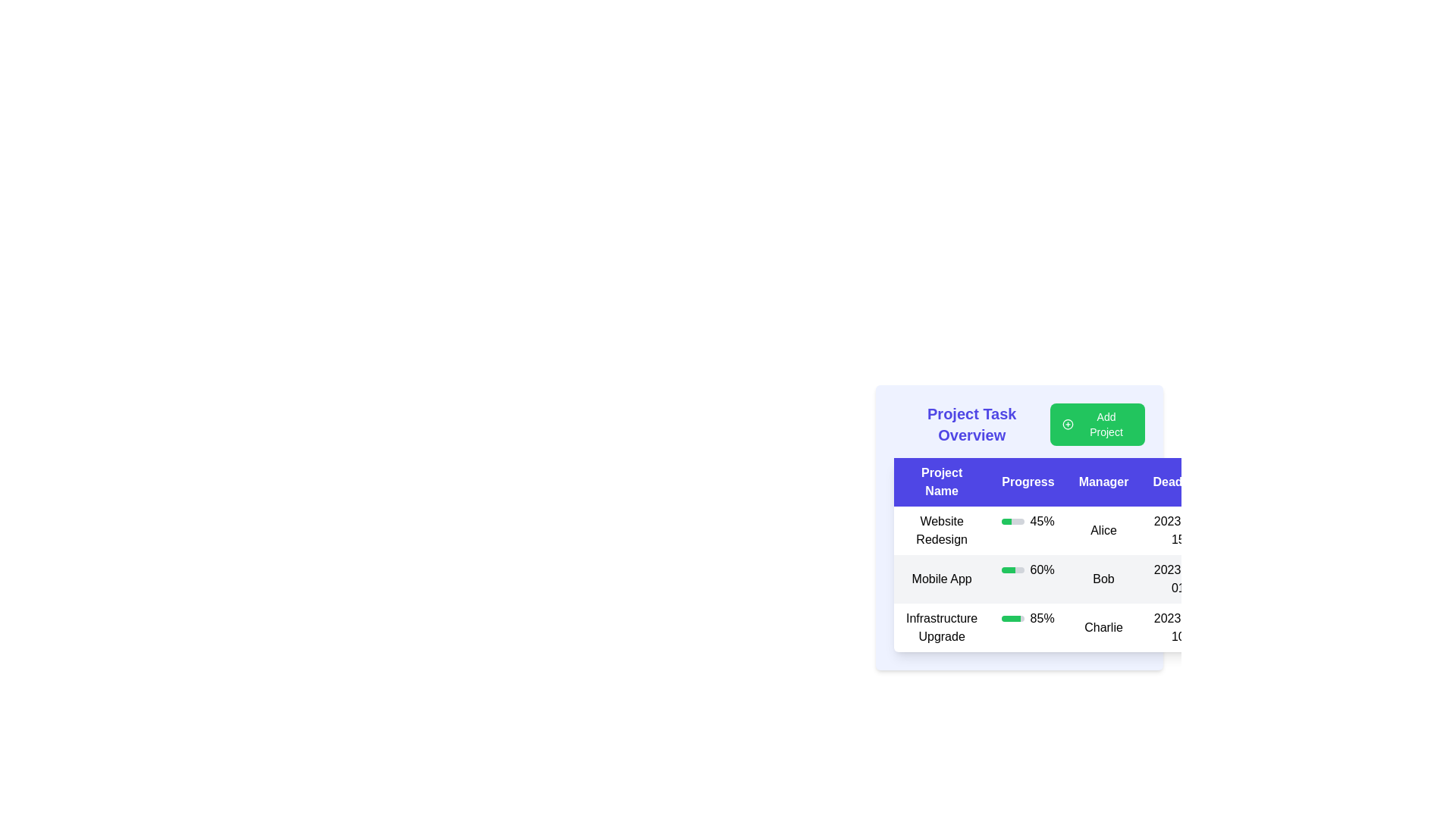  What do you see at coordinates (941, 529) in the screenshot?
I see `on the 'Website Redesign' text label located in the first column under the 'Project name' header` at bounding box center [941, 529].